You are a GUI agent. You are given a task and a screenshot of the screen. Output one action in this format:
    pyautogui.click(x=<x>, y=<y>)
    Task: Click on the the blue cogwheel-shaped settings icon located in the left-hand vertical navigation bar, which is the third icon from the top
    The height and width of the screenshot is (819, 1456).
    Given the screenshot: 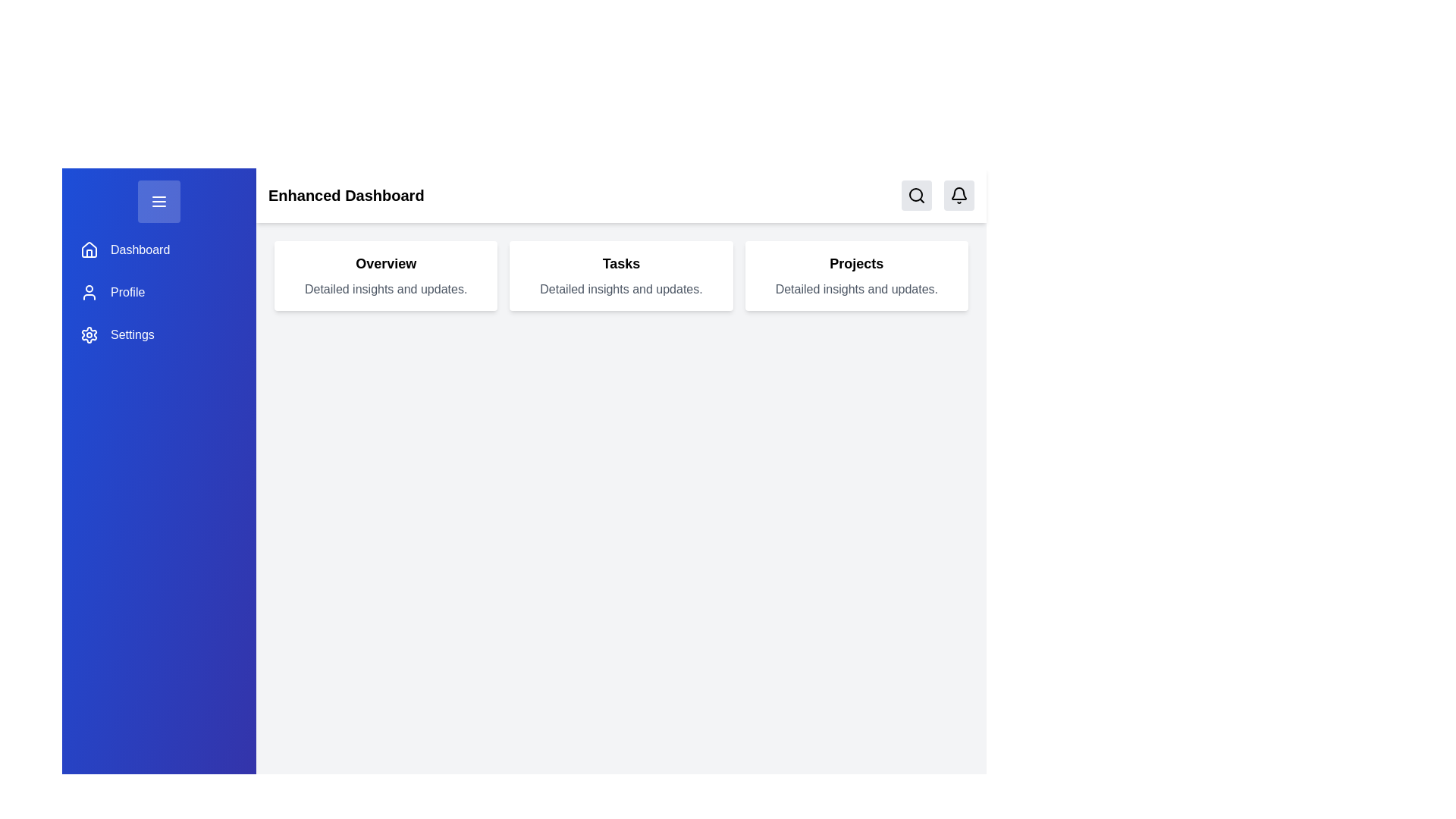 What is the action you would take?
    pyautogui.click(x=89, y=334)
    